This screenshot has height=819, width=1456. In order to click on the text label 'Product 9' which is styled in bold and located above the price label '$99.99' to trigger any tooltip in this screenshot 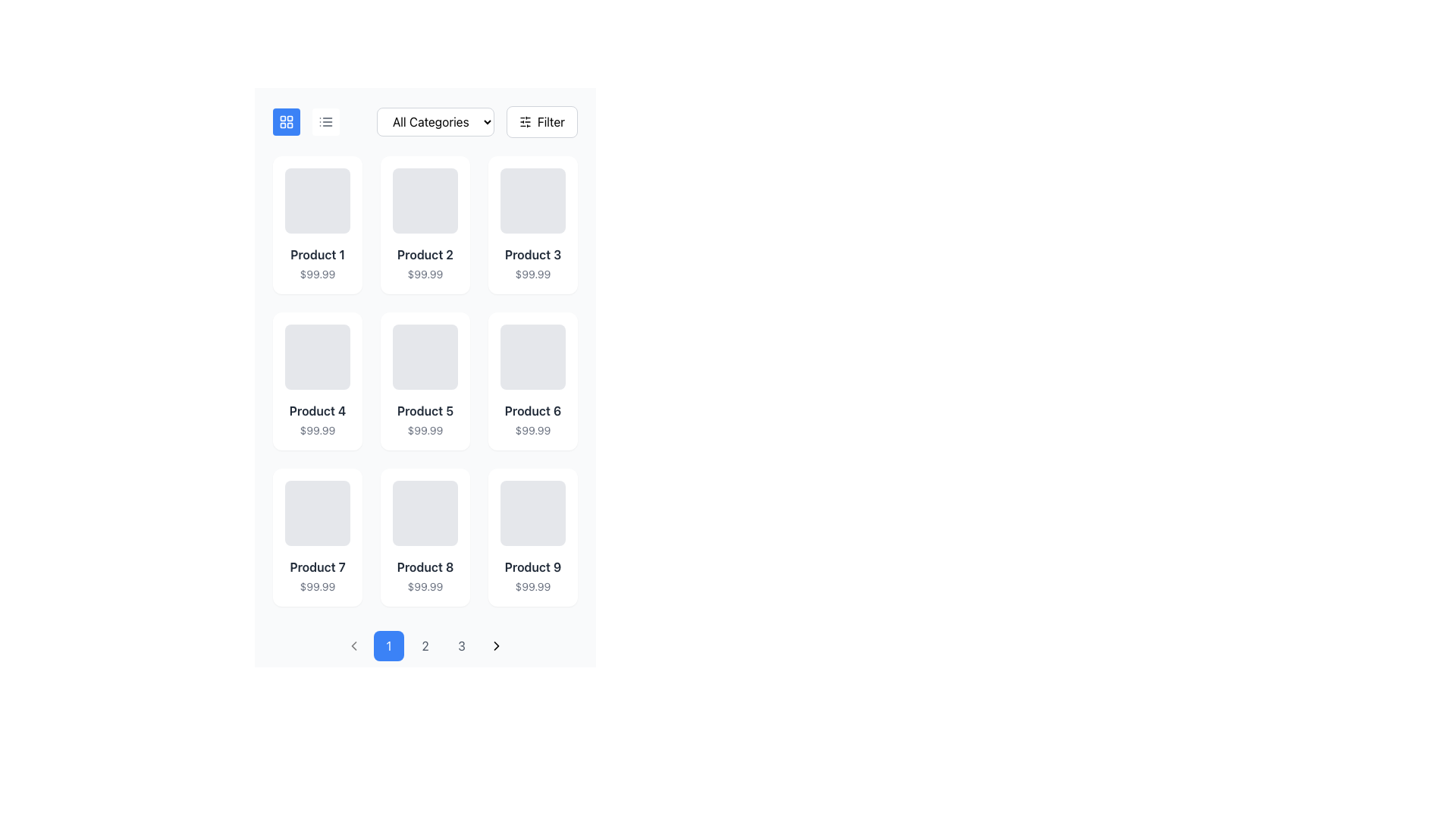, I will do `click(532, 567)`.